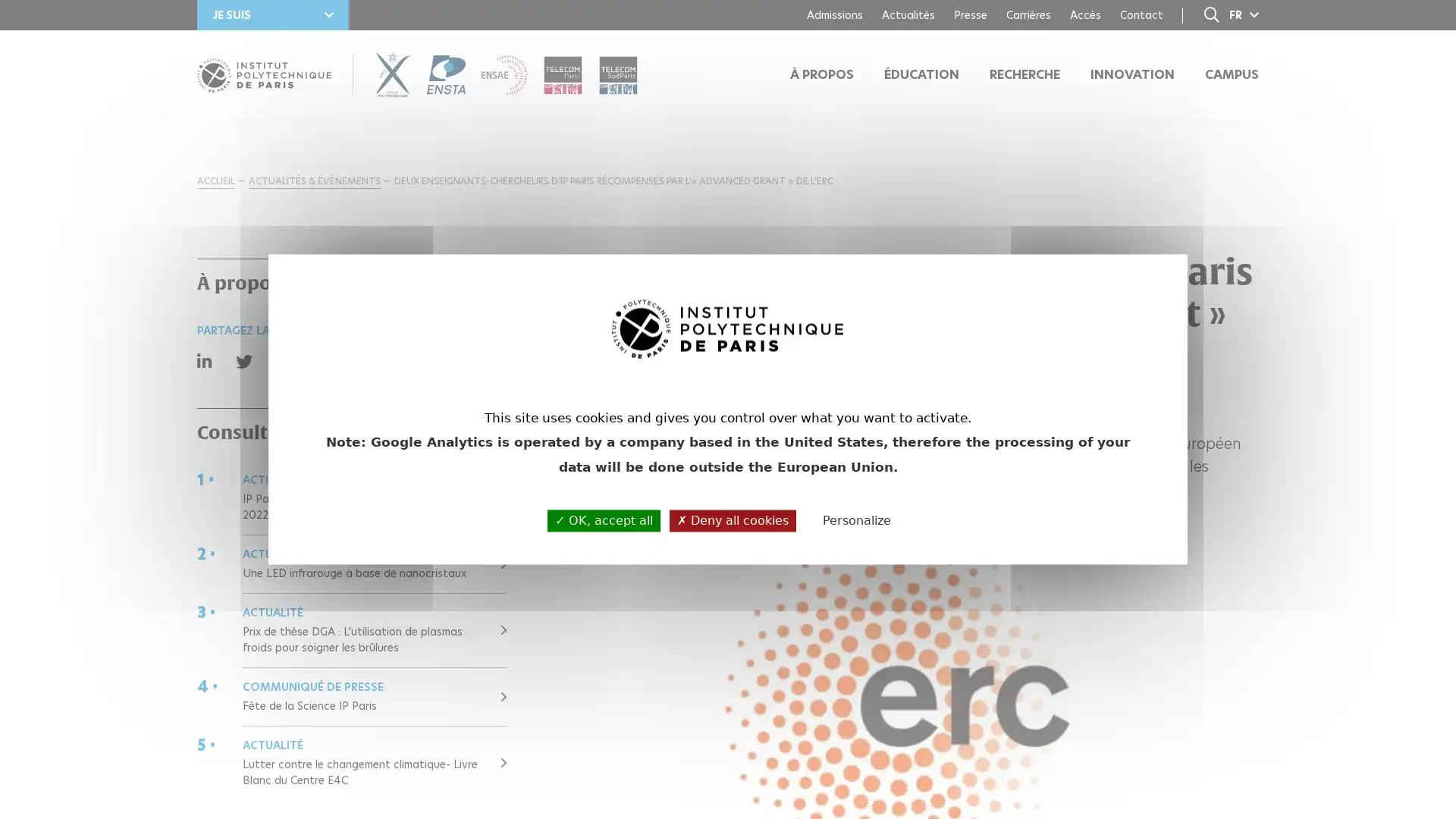 The width and height of the screenshot is (1456, 819). Describe the element at coordinates (603, 519) in the screenshot. I see `OK, accept all` at that location.